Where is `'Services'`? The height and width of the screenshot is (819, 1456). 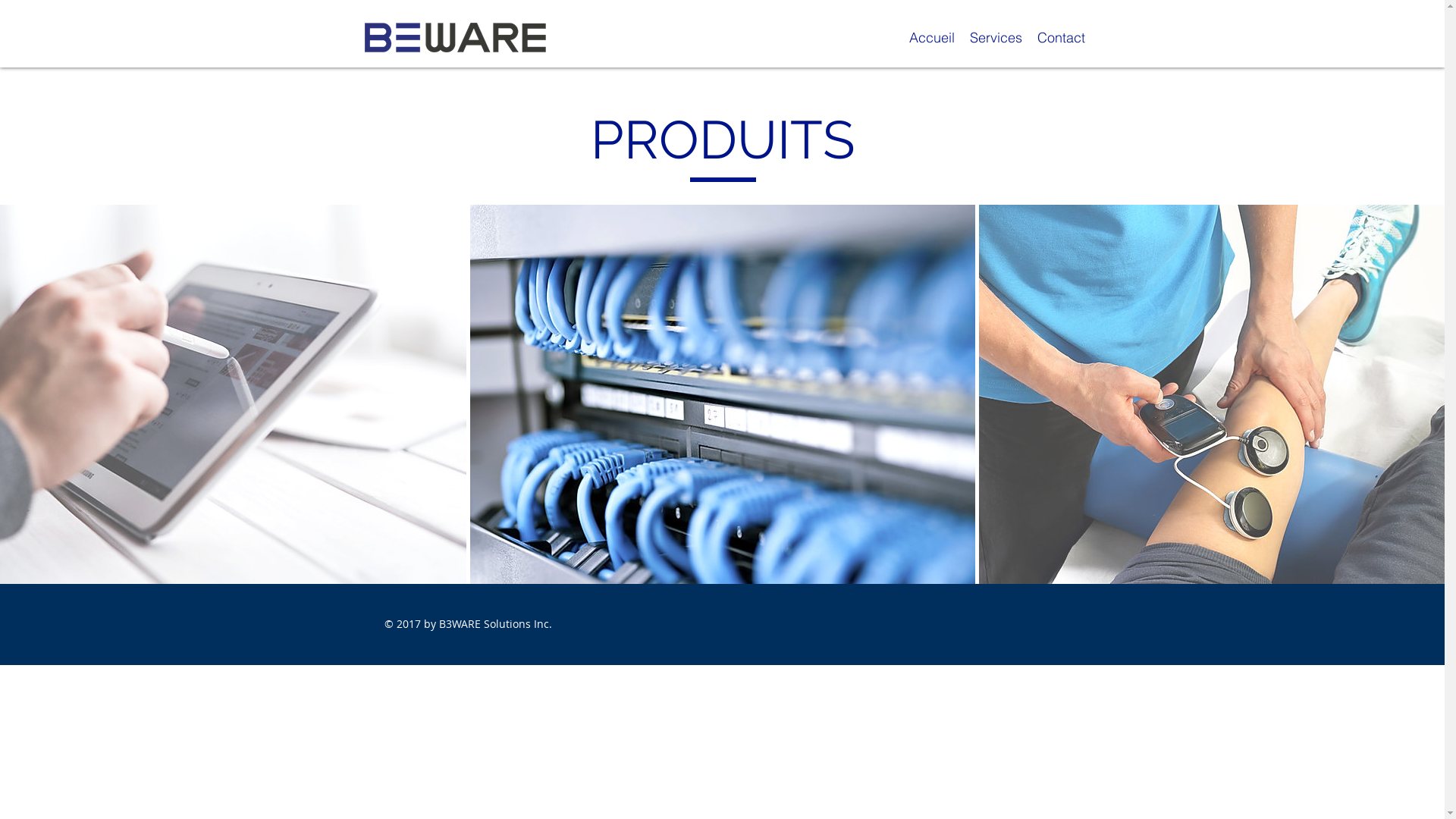 'Services' is located at coordinates (995, 36).